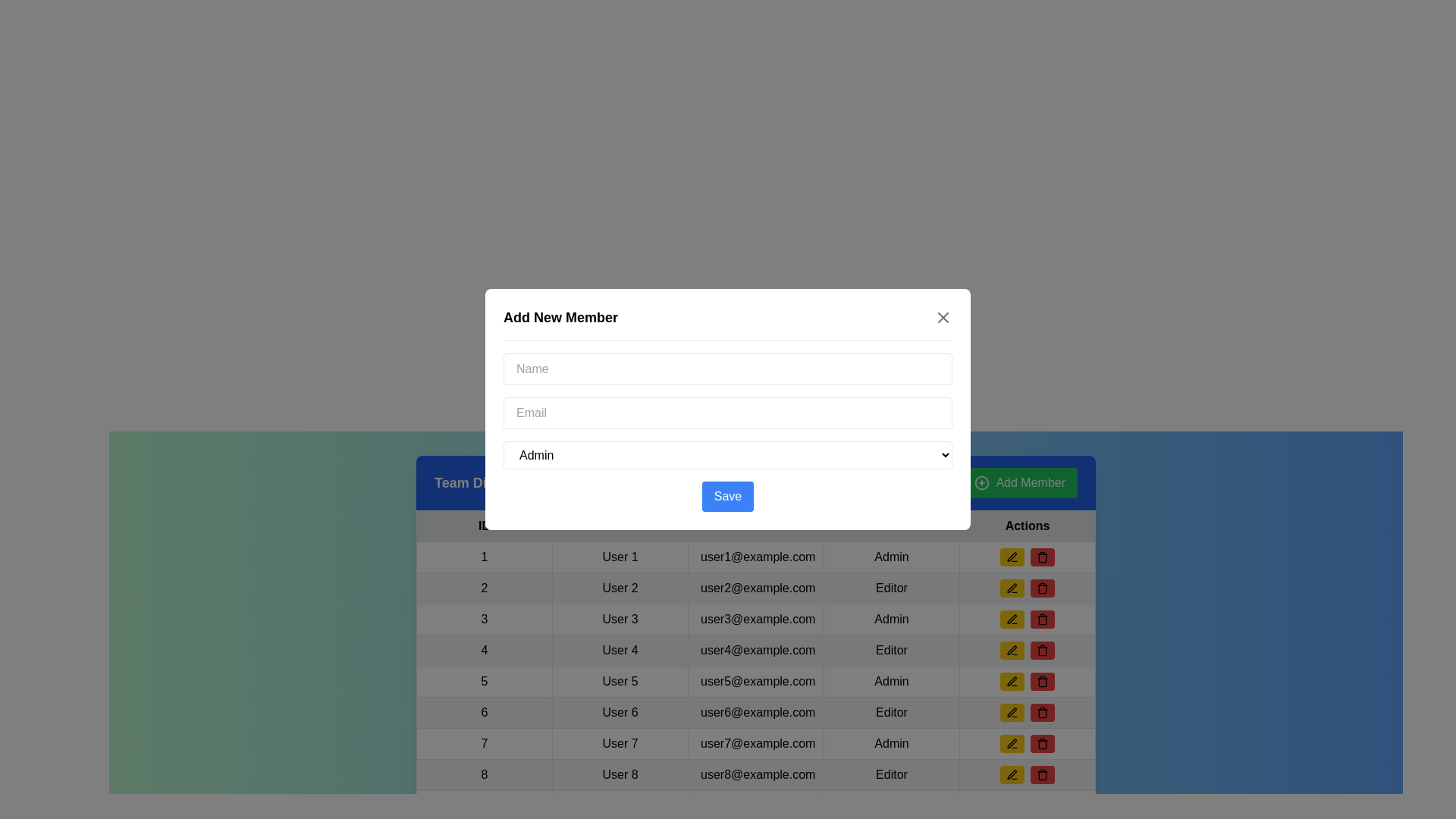  Describe the element at coordinates (1027, 680) in the screenshot. I see `the edit button located in the 'Actions' column for the fifth user record in the table to initiate the edit functionality` at that location.